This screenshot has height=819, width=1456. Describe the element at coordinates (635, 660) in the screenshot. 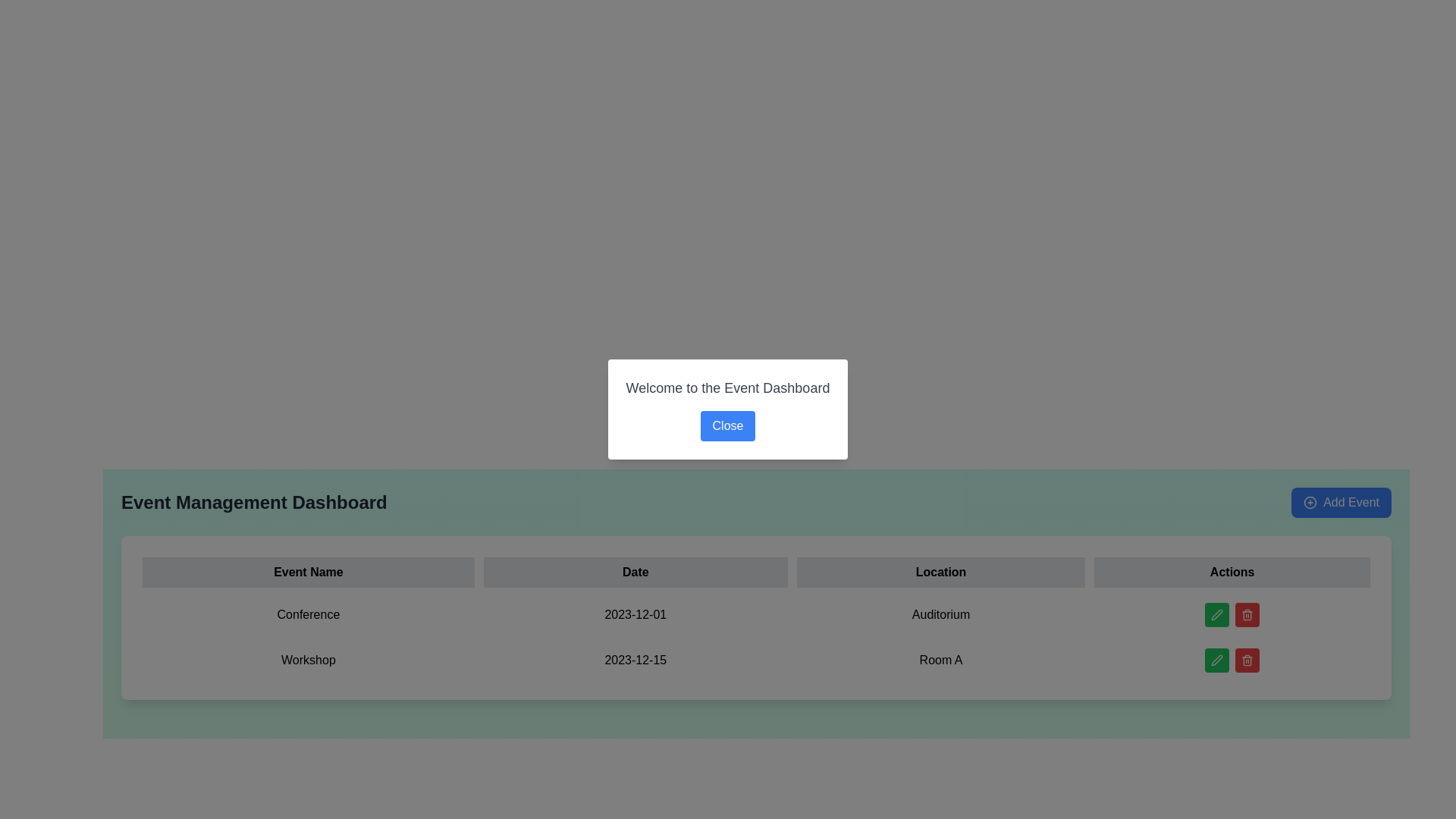

I see `the text element displaying '2023-12-15' in the 'Date' column of the table for the 'Workshop' event` at that location.